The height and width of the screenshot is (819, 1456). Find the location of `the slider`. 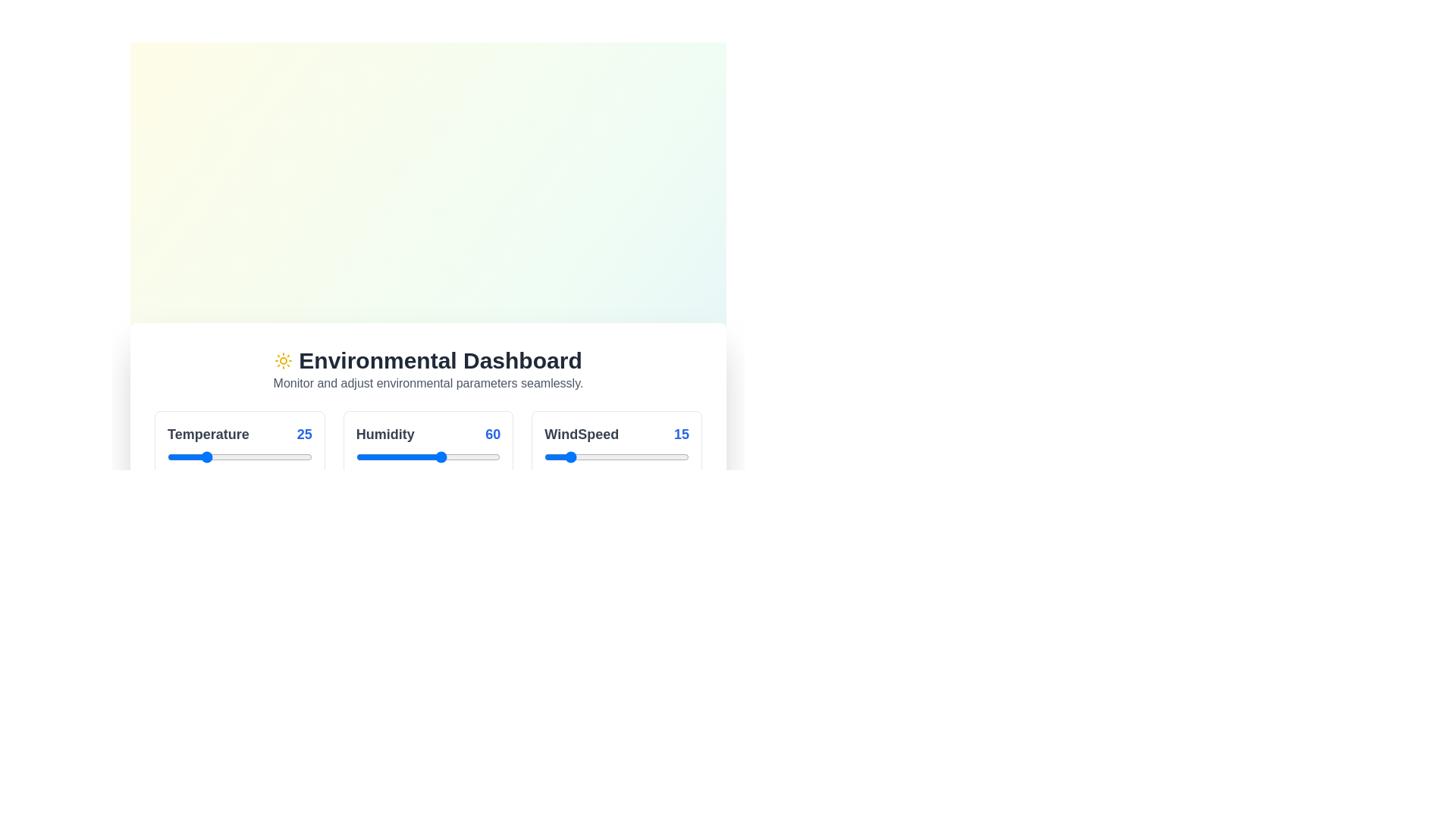

the slider is located at coordinates (246, 456).